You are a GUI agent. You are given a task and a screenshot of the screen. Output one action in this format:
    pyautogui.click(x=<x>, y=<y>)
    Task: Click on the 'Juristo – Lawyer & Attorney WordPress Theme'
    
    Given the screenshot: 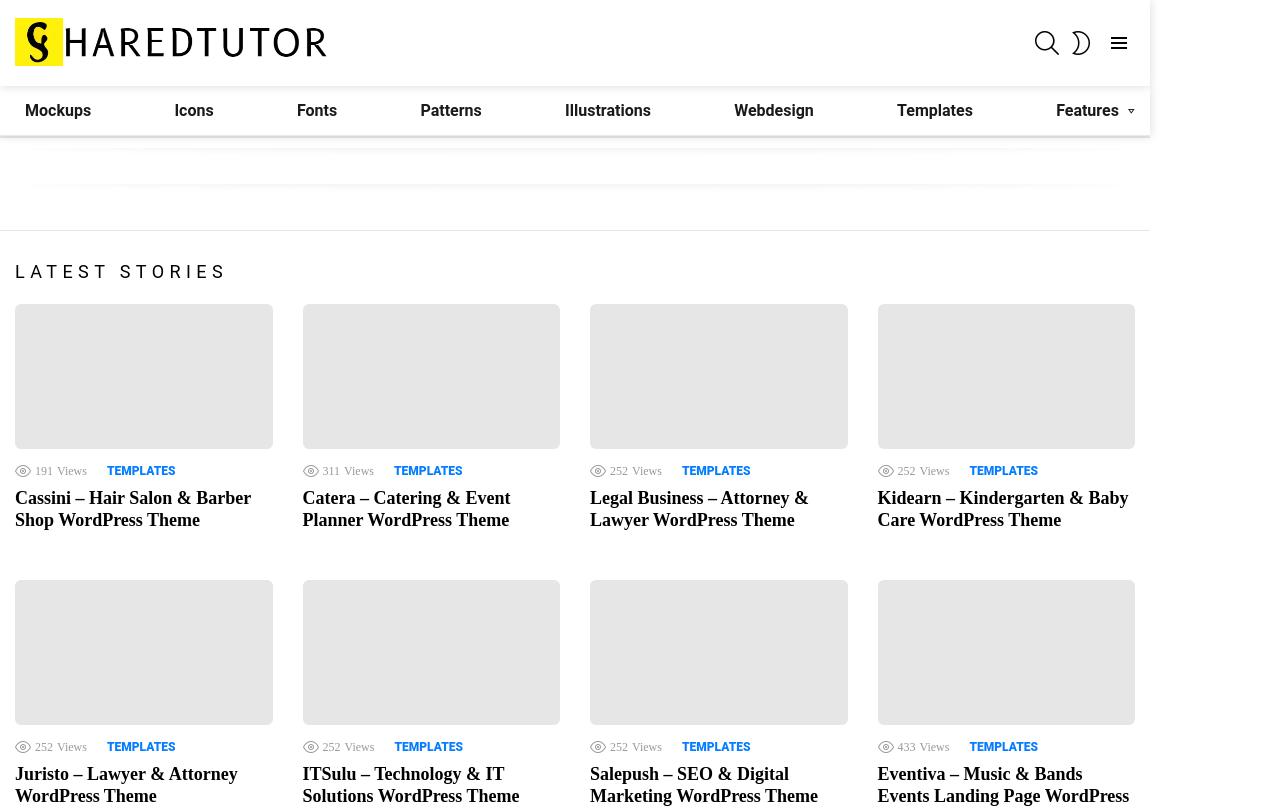 What is the action you would take?
    pyautogui.click(x=126, y=783)
    